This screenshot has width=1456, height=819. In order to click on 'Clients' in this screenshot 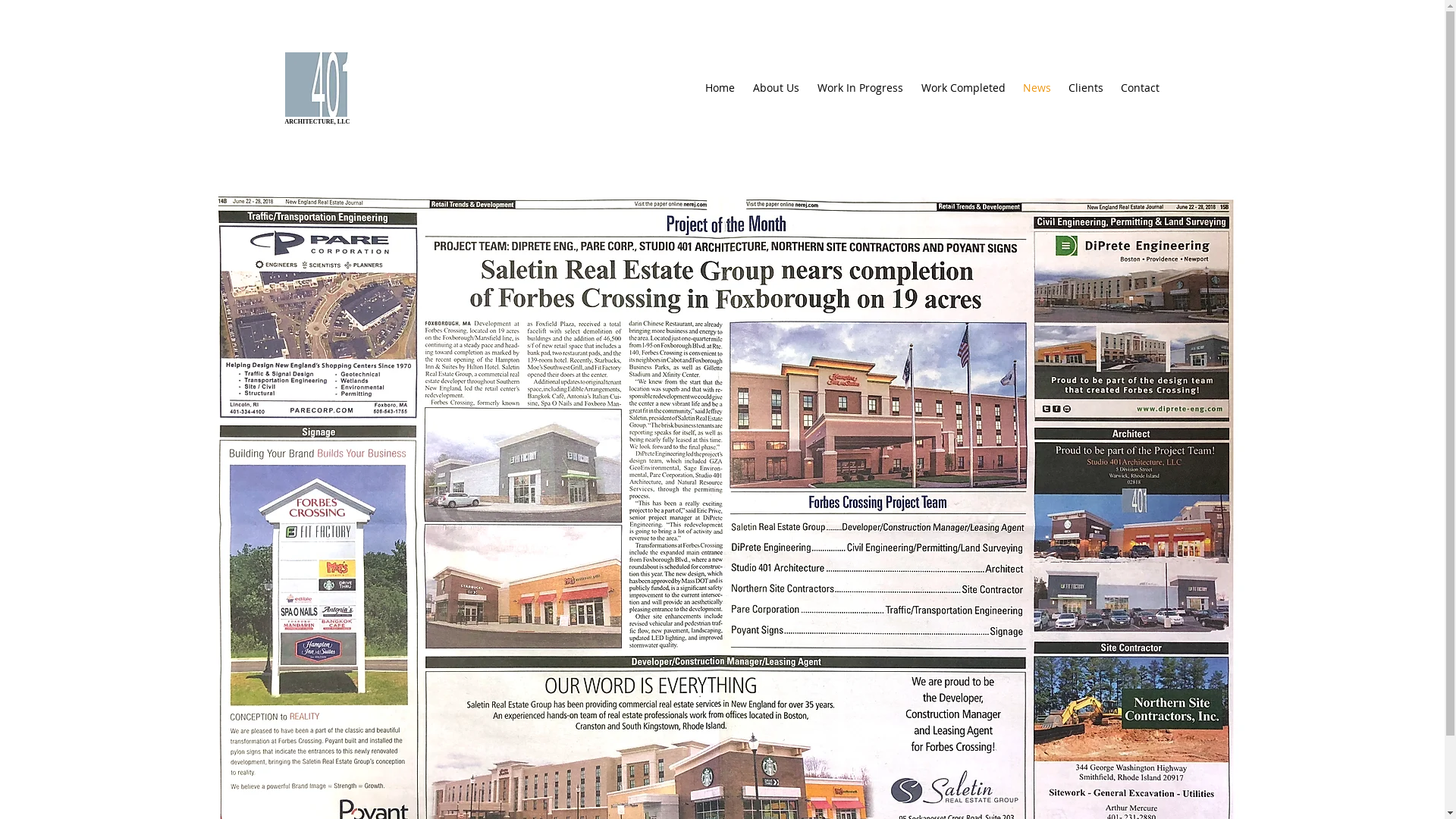, I will do `click(1084, 87)`.